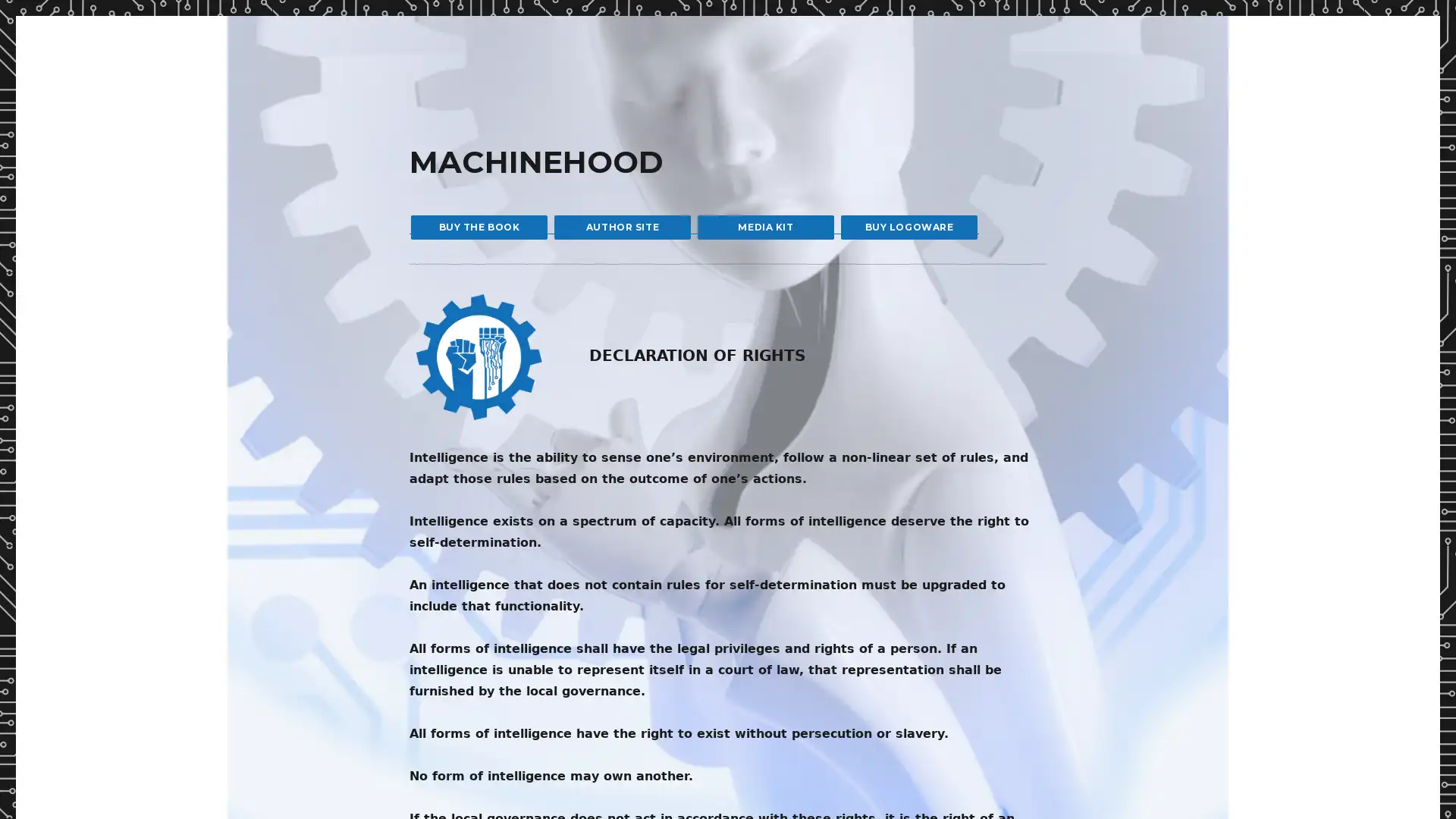 The width and height of the screenshot is (1456, 819). I want to click on MEDIA KIT, so click(765, 227).